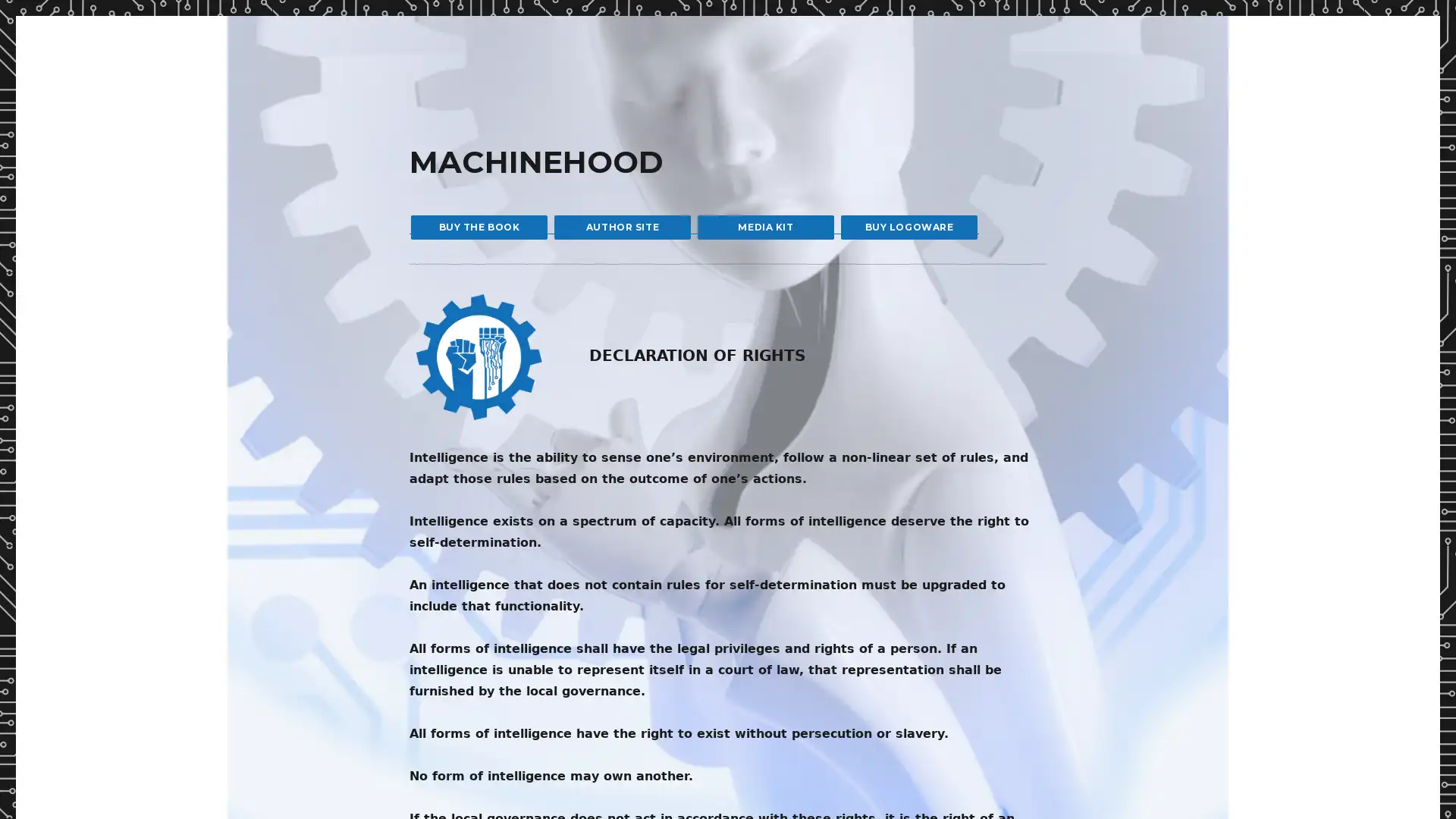 The width and height of the screenshot is (1456, 819). I want to click on MEDIA KIT, so click(765, 227).